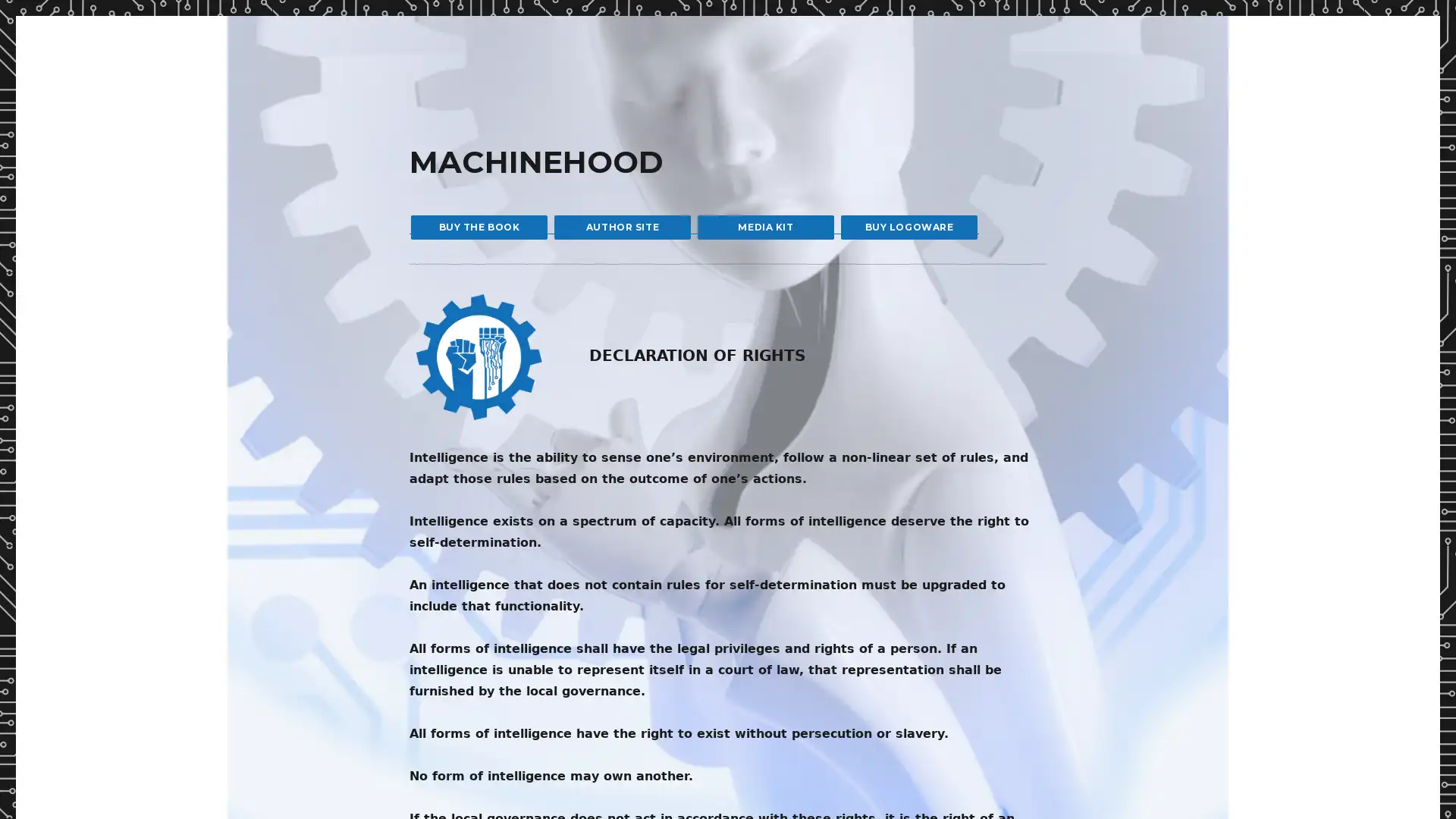 The width and height of the screenshot is (1456, 819). I want to click on MEDIA KIT, so click(765, 227).